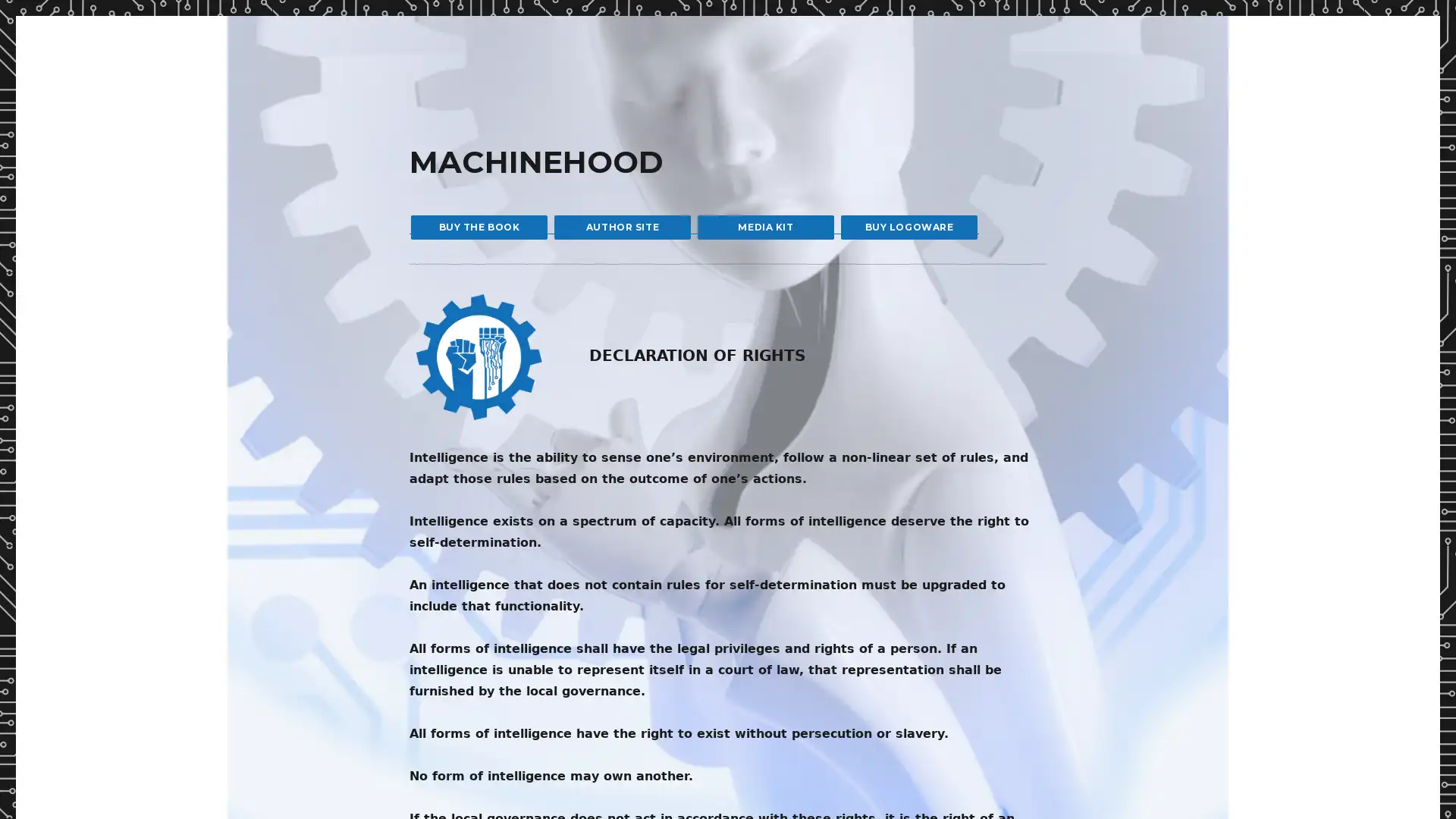 The width and height of the screenshot is (1456, 819). I want to click on MEDIA KIT, so click(765, 227).